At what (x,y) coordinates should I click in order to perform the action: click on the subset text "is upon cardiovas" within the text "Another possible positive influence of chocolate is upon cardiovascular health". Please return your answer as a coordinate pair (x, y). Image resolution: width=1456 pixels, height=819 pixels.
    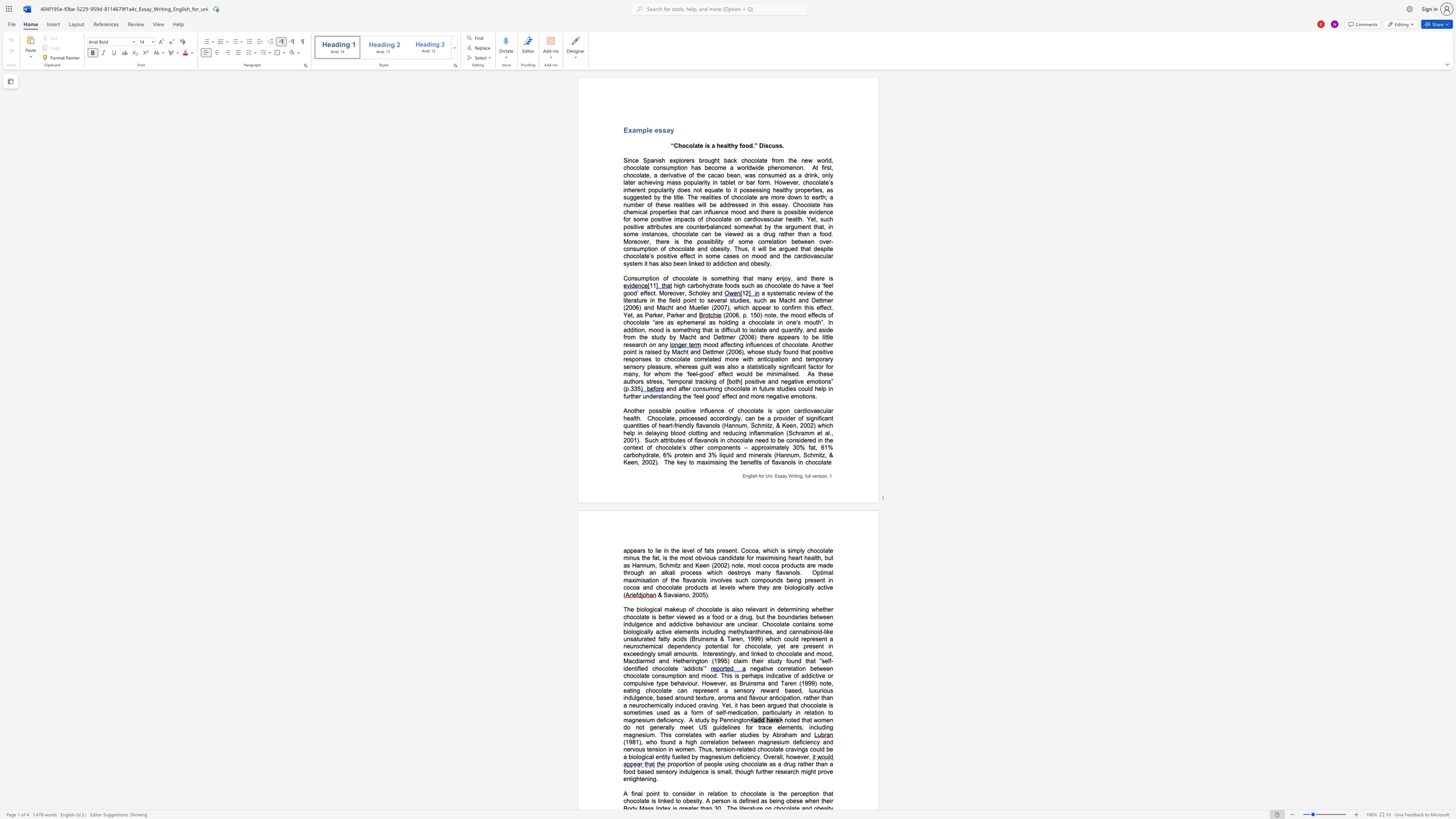
    Looking at the image, I should click on (767, 410).